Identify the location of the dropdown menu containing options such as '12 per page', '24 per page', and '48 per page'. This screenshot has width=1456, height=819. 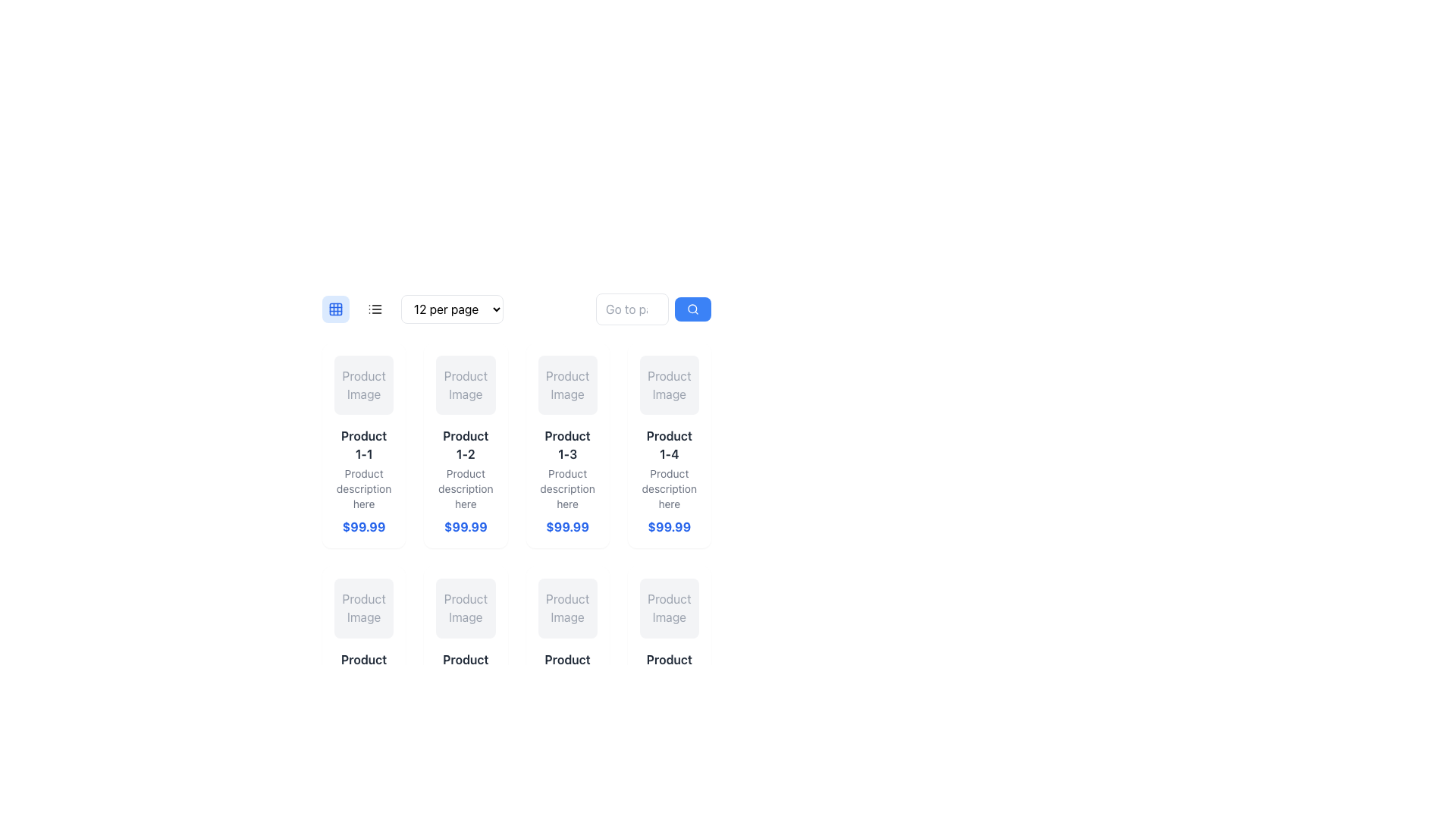
(413, 309).